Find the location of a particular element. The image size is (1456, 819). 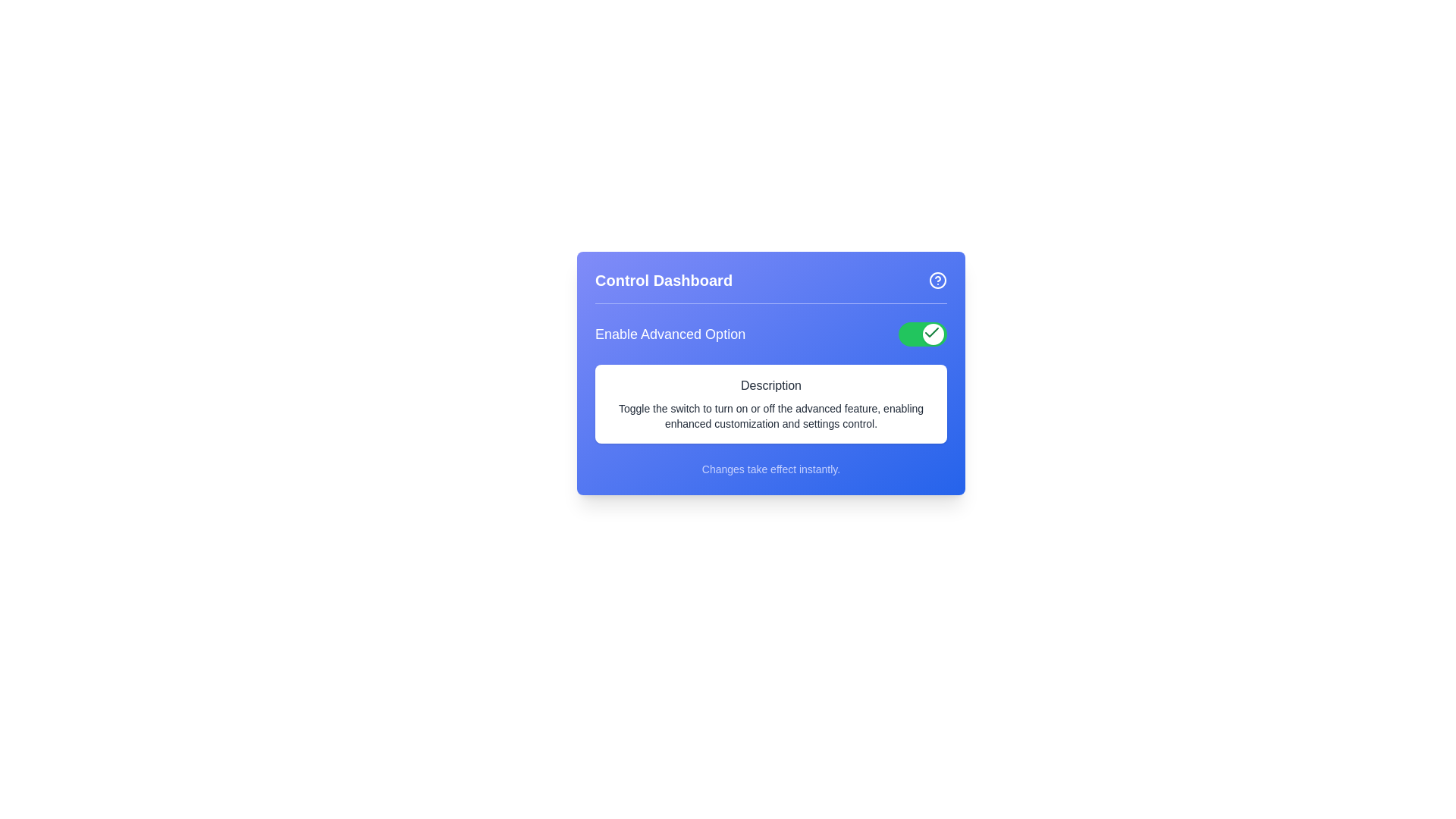

the green toggle button containing the checkmark icon, located to the right of 'Enable Advanced Option' to trigger a tooltip or highlight effect is located at coordinates (930, 332).